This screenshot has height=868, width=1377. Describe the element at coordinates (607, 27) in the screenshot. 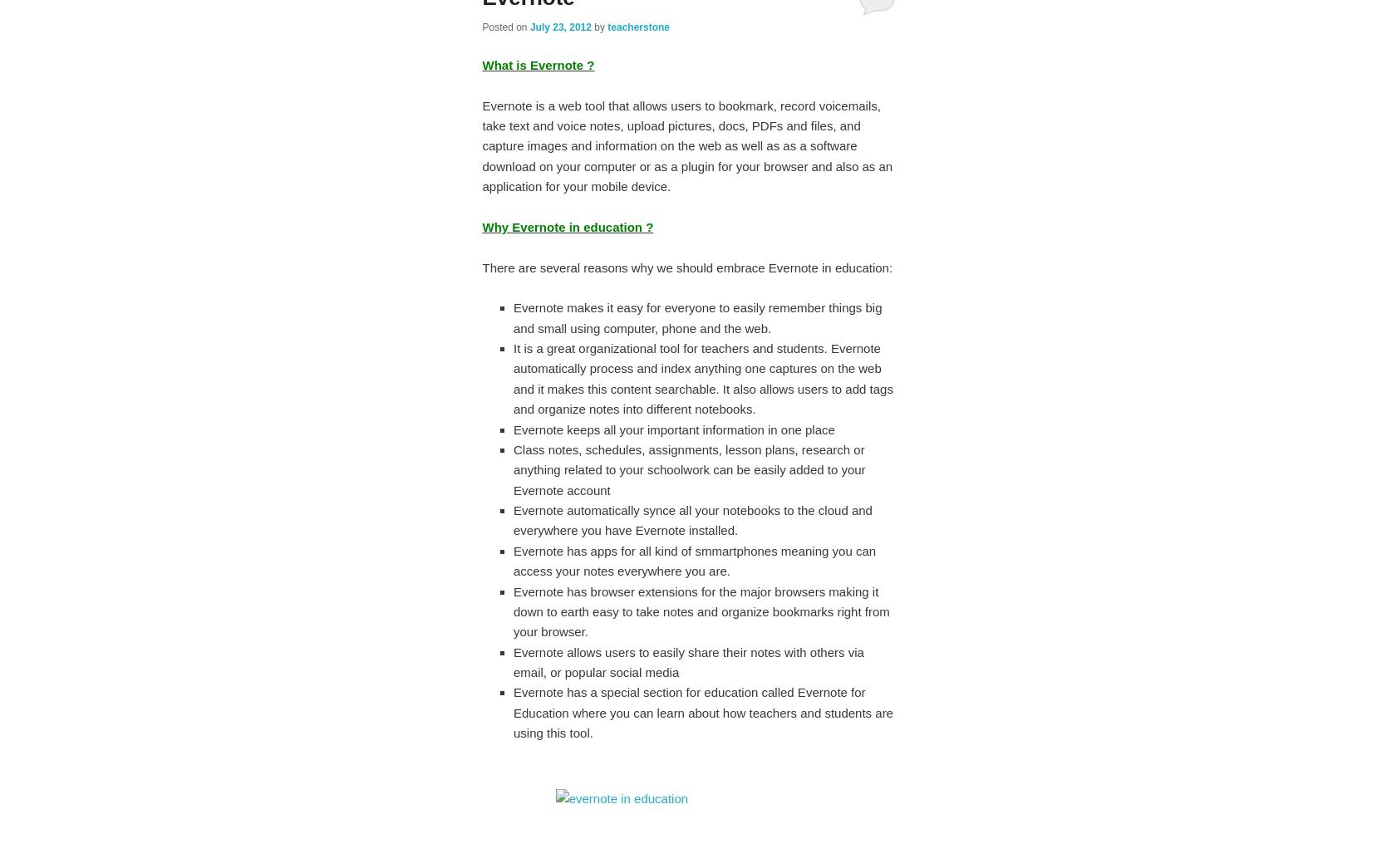

I see `'teacherstone'` at that location.